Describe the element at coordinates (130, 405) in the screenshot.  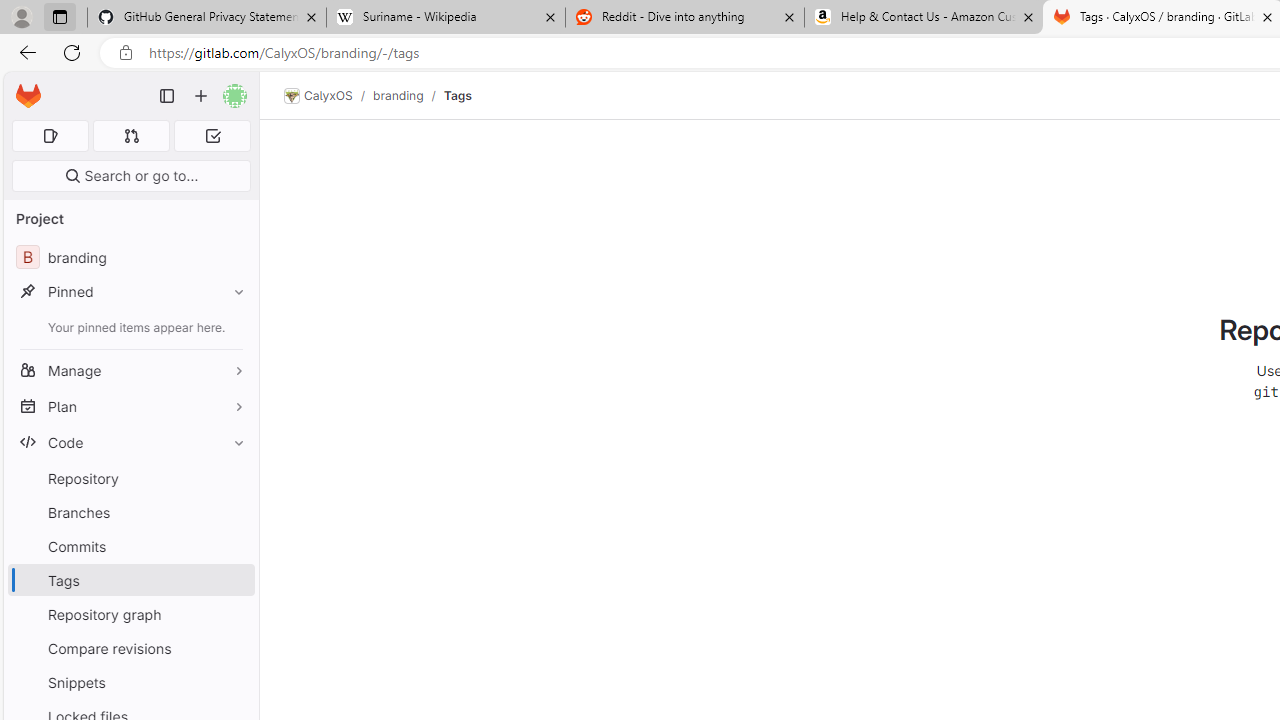
I see `'Plan'` at that location.